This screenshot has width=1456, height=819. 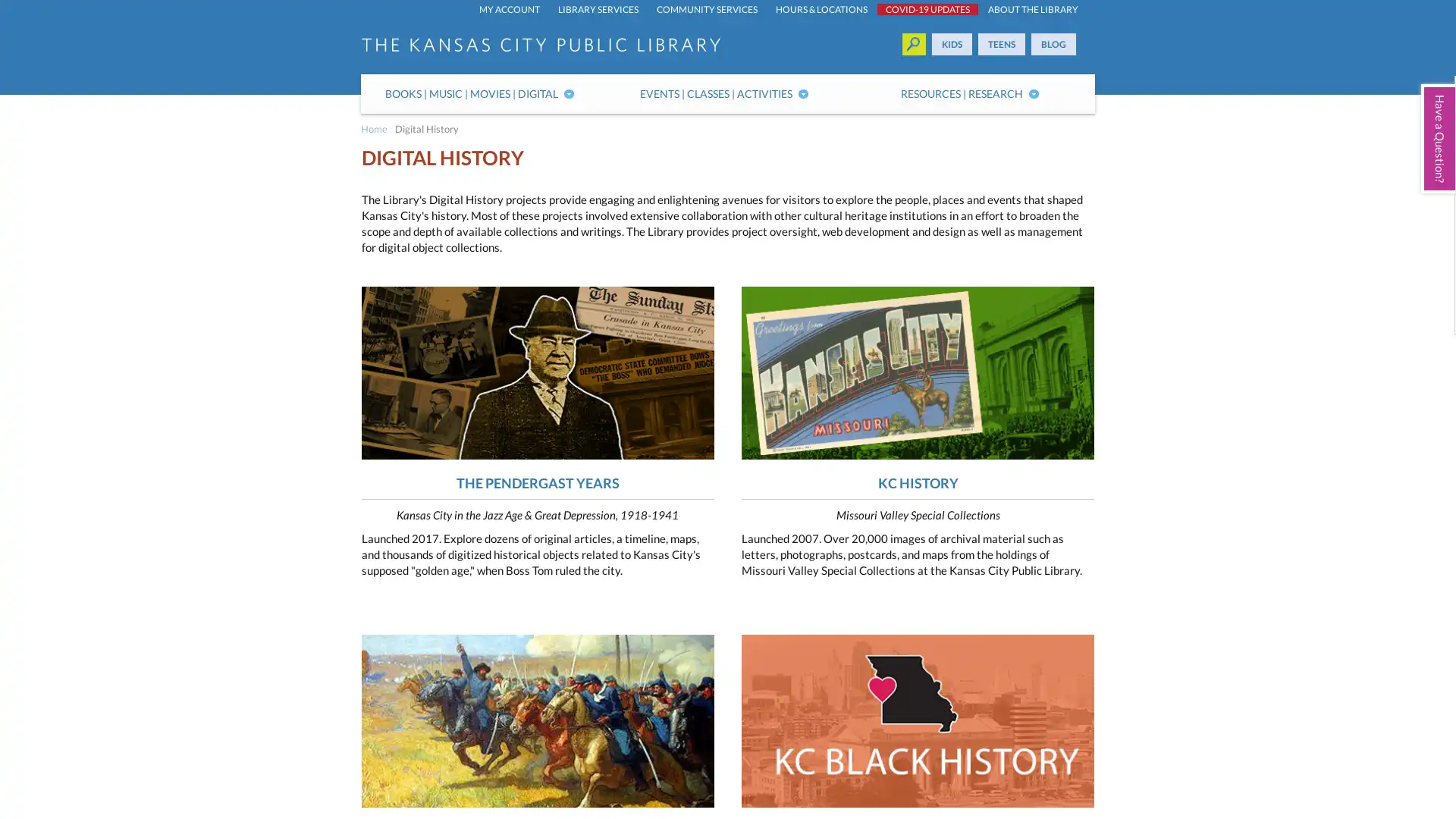 What do you see at coordinates (1437, 138) in the screenshot?
I see `Have a Question?` at bounding box center [1437, 138].